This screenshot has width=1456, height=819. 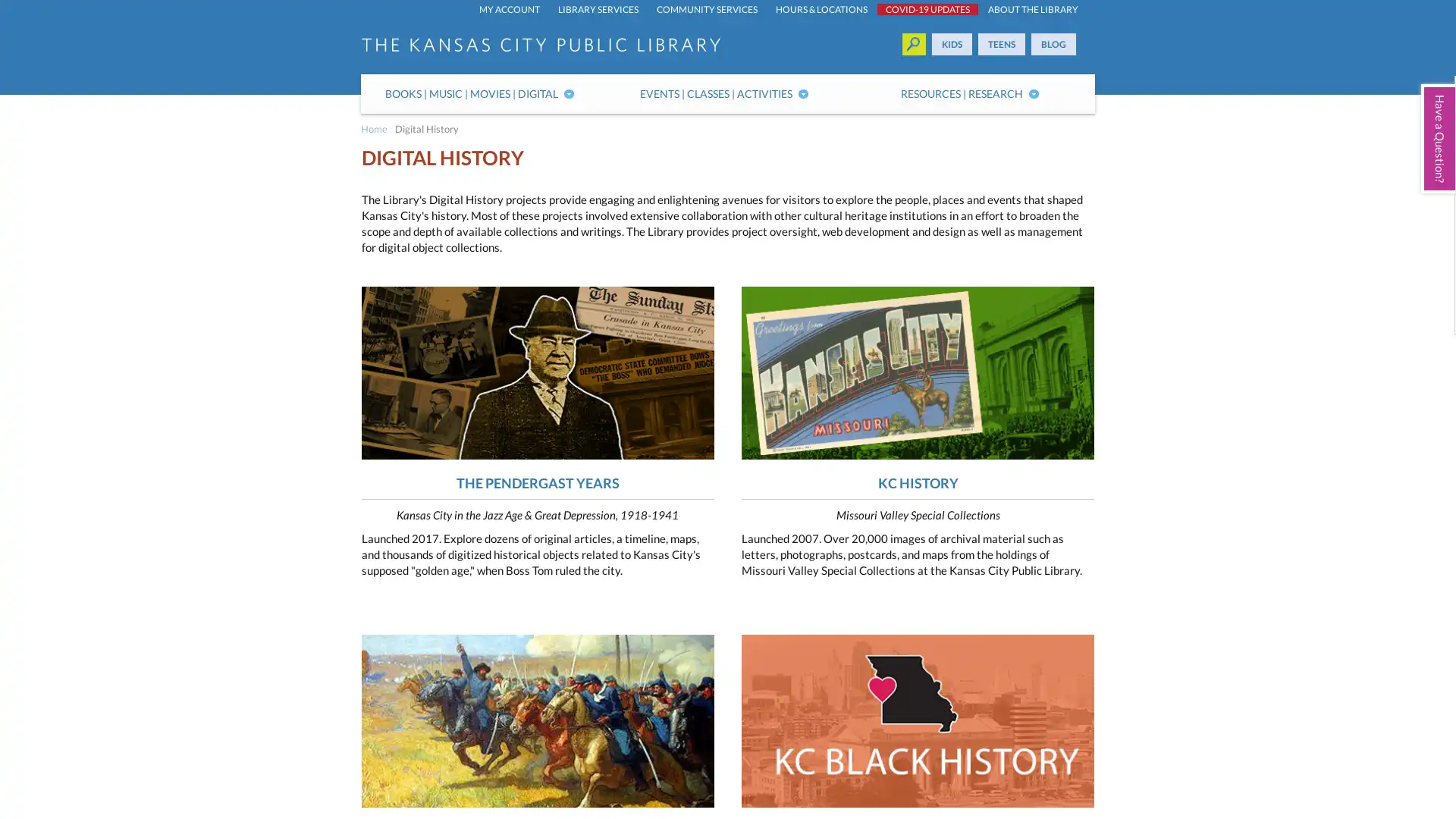 What do you see at coordinates (1437, 138) in the screenshot?
I see `Have a Question?` at bounding box center [1437, 138].